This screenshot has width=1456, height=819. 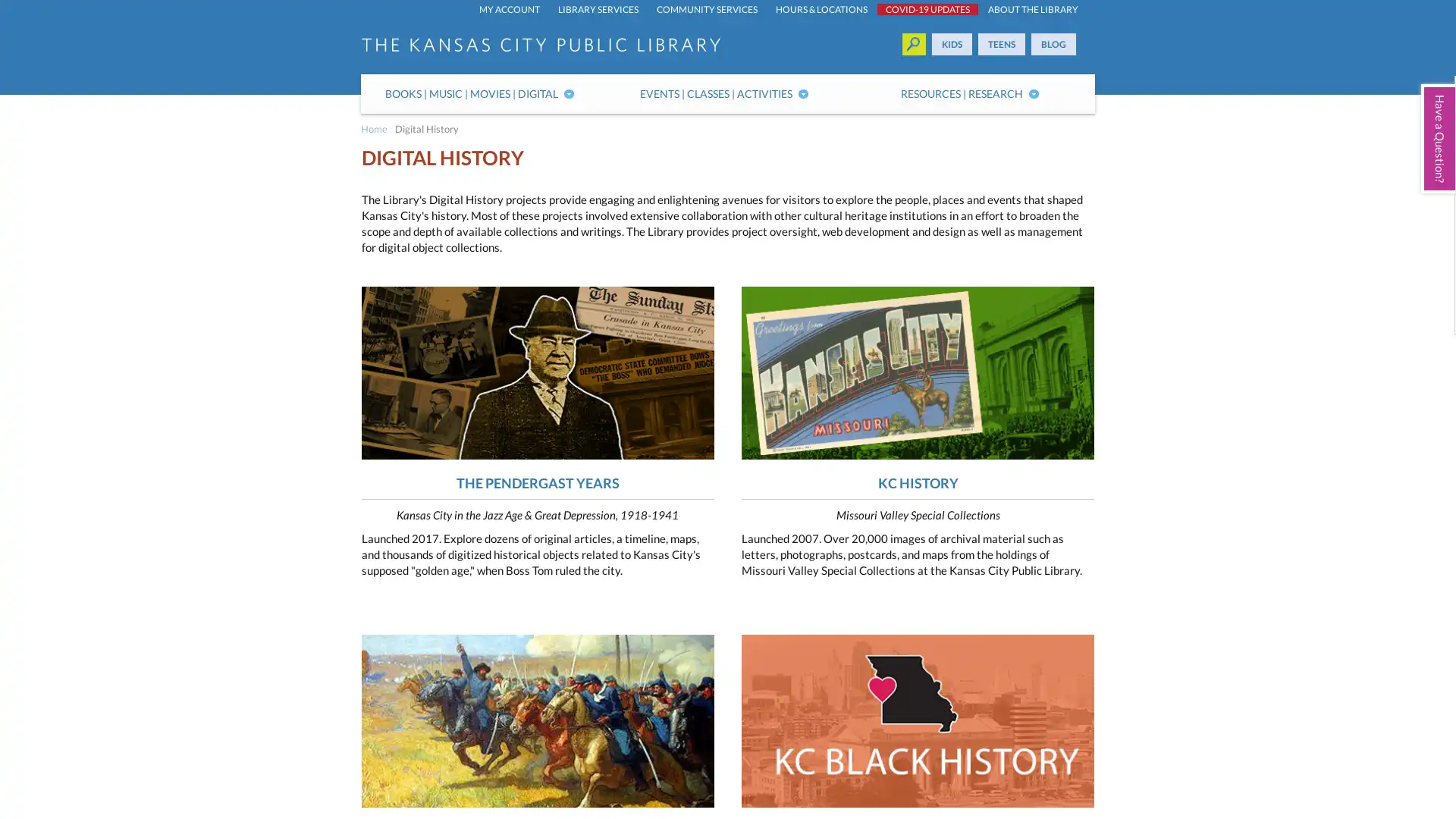 What do you see at coordinates (1437, 138) in the screenshot?
I see `Have a Question?` at bounding box center [1437, 138].